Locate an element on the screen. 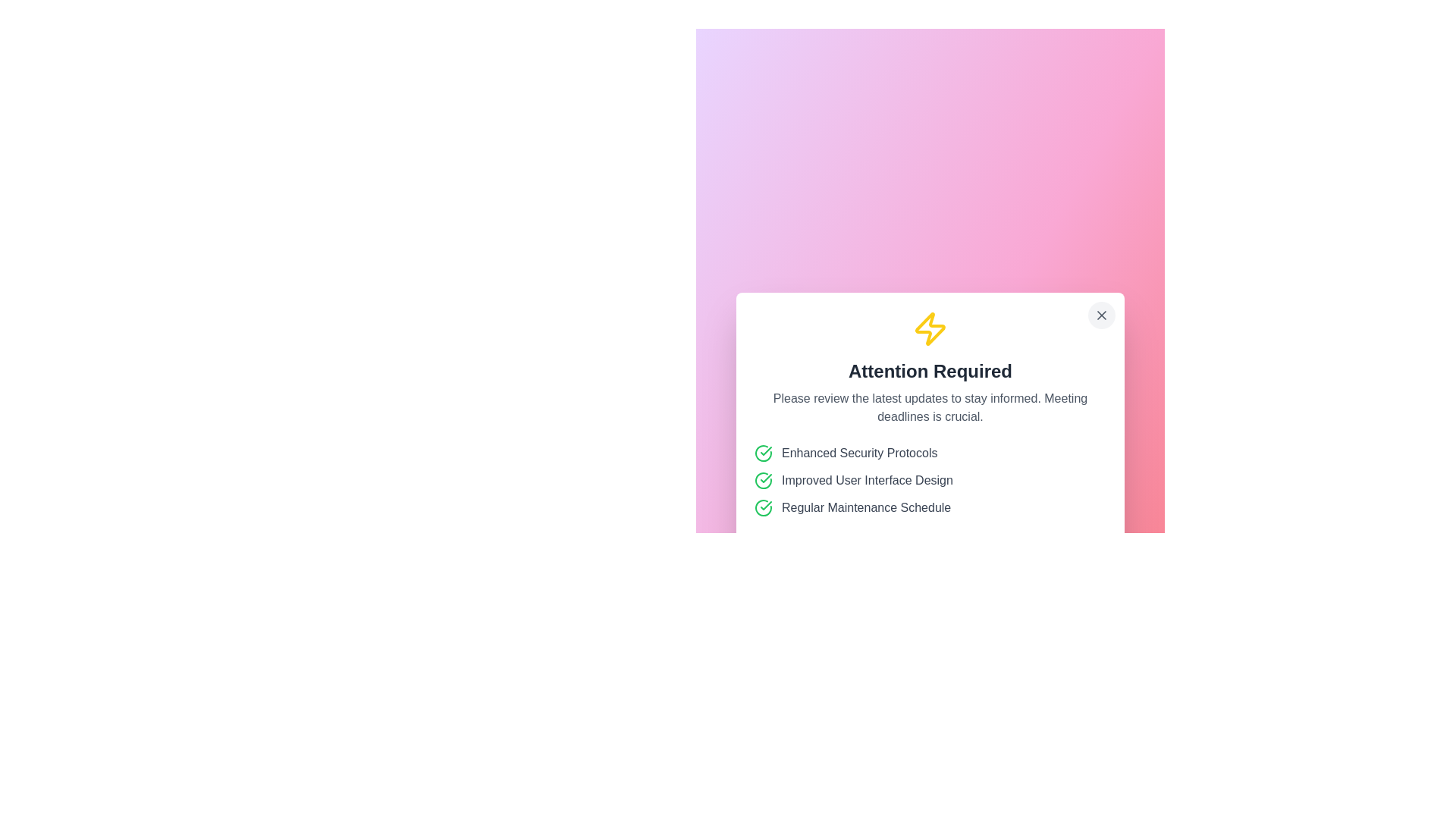 The width and height of the screenshot is (1456, 819). the text label located just below the 'Attention Required' header is located at coordinates (930, 406).